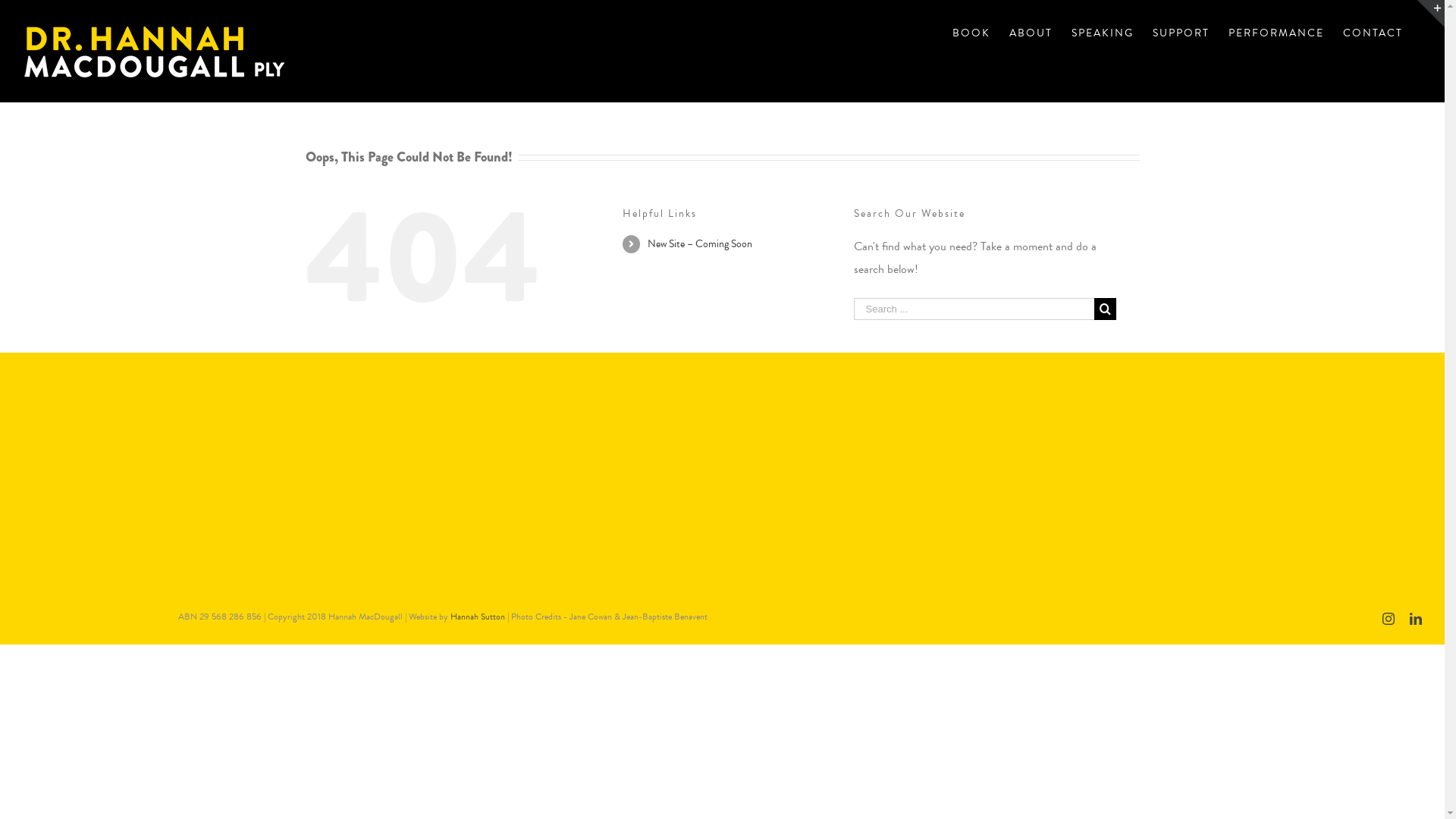  Describe the element at coordinates (971, 32) in the screenshot. I see `'BOOK'` at that location.